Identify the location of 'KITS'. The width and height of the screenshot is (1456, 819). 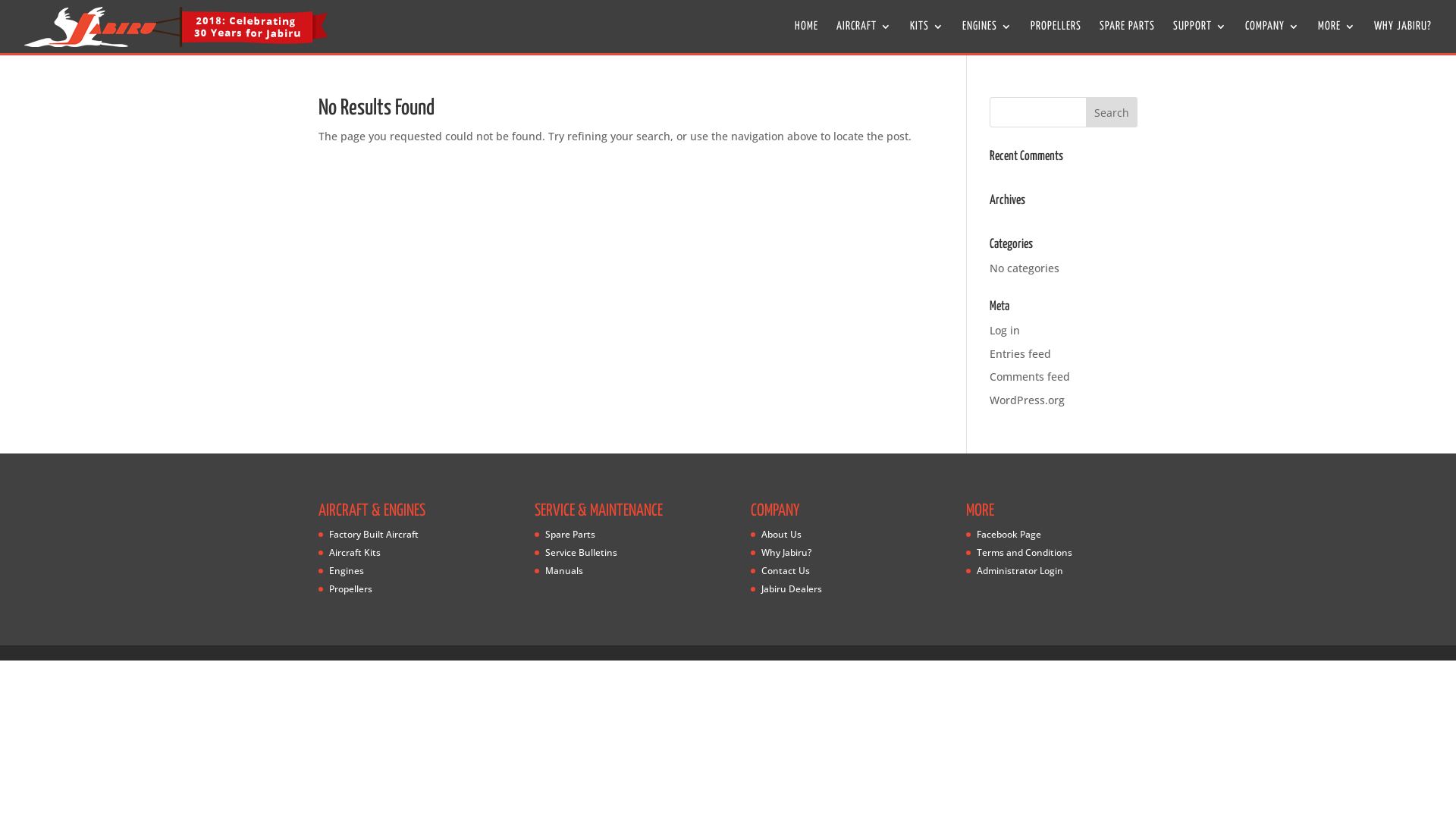
(926, 36).